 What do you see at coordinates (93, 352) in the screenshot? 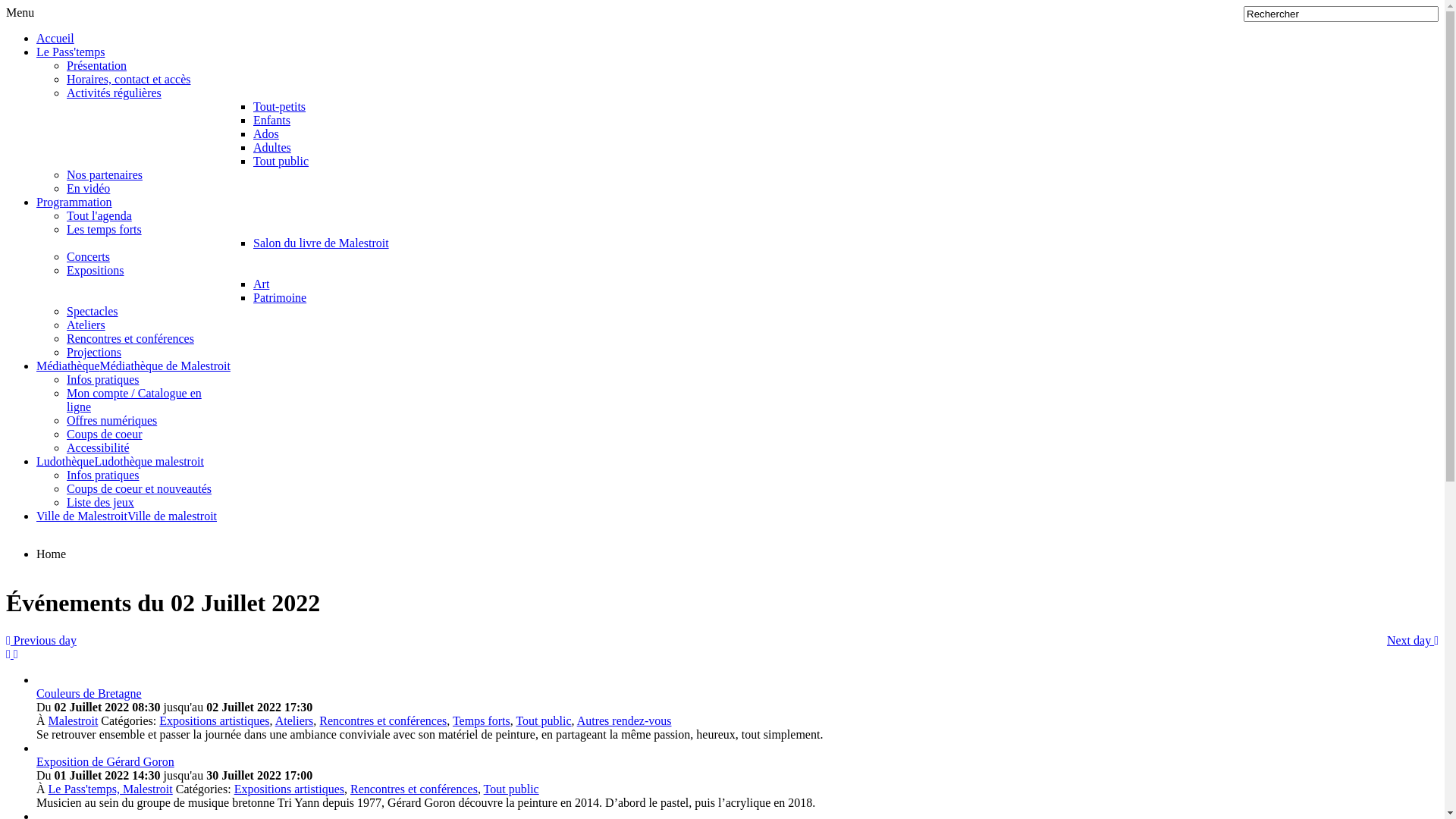
I see `'Projections'` at bounding box center [93, 352].